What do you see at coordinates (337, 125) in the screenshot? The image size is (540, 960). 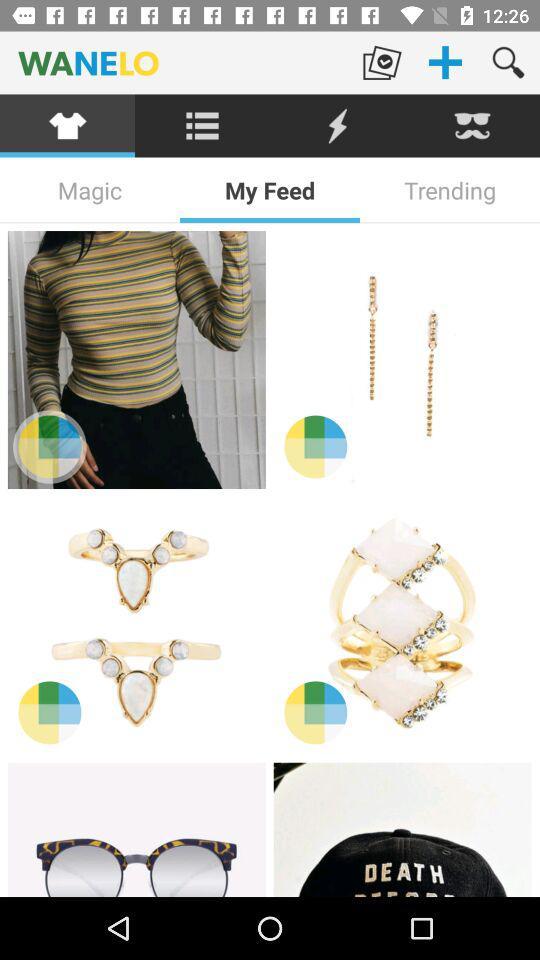 I see `item below the wanelo` at bounding box center [337, 125].